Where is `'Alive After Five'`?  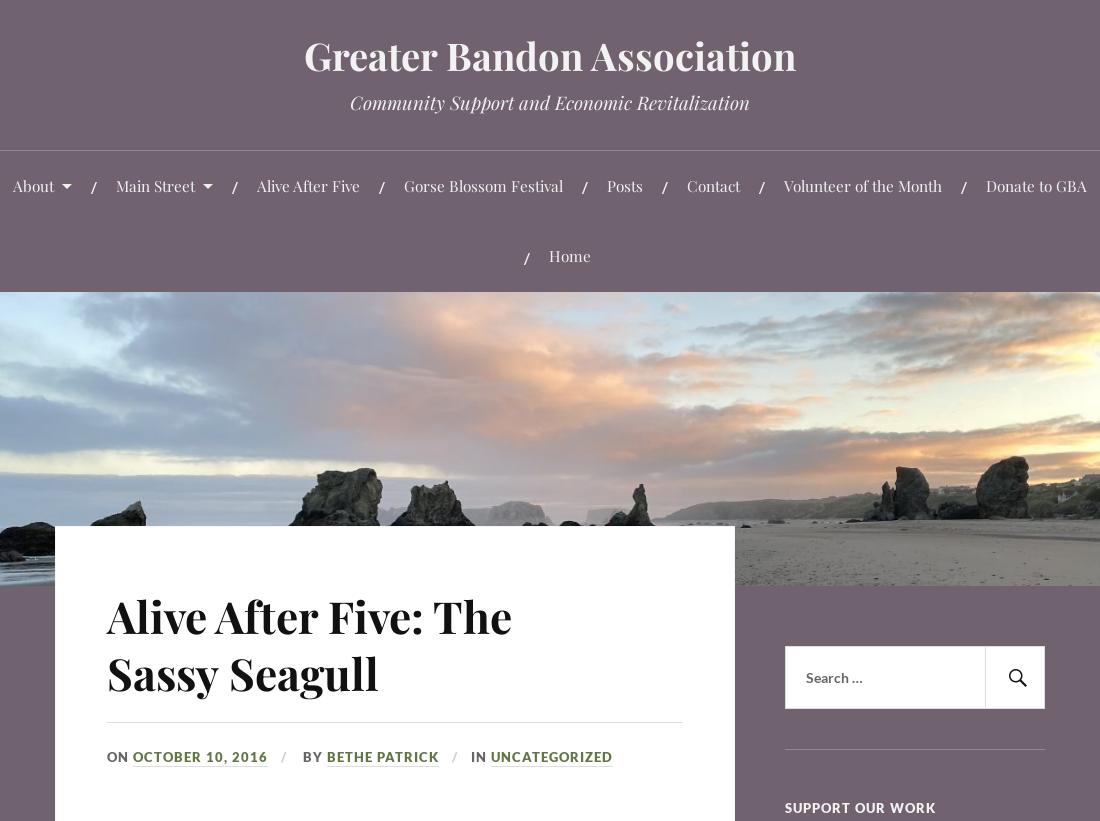
'Alive After Five' is located at coordinates (307, 183).